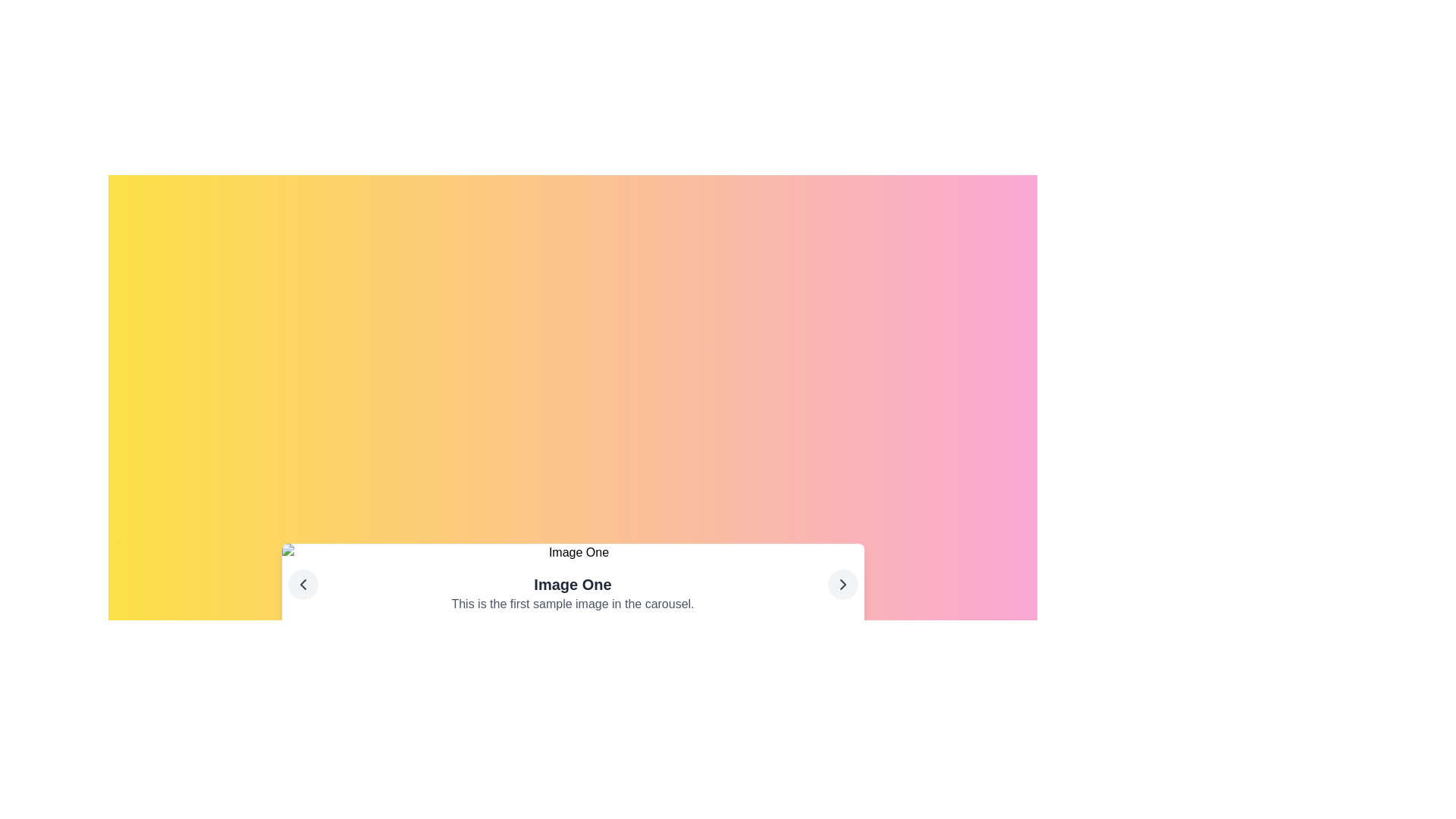 This screenshot has height=819, width=1456. I want to click on the rightward-pointing arrow icon inside the circular button, so click(842, 584).